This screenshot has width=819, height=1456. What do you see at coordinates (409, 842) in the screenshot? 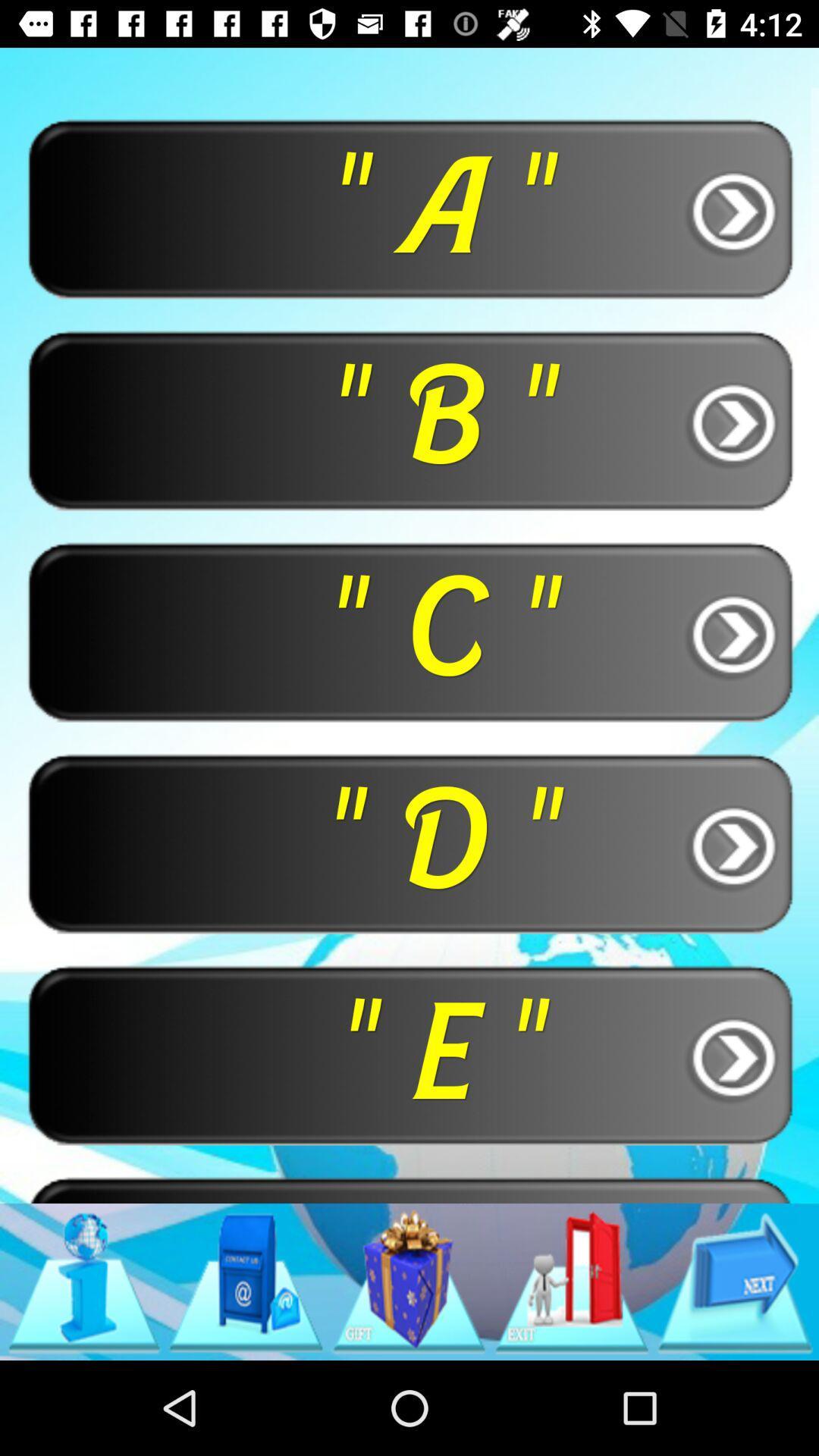
I see `the button below the   " c " item` at bounding box center [409, 842].